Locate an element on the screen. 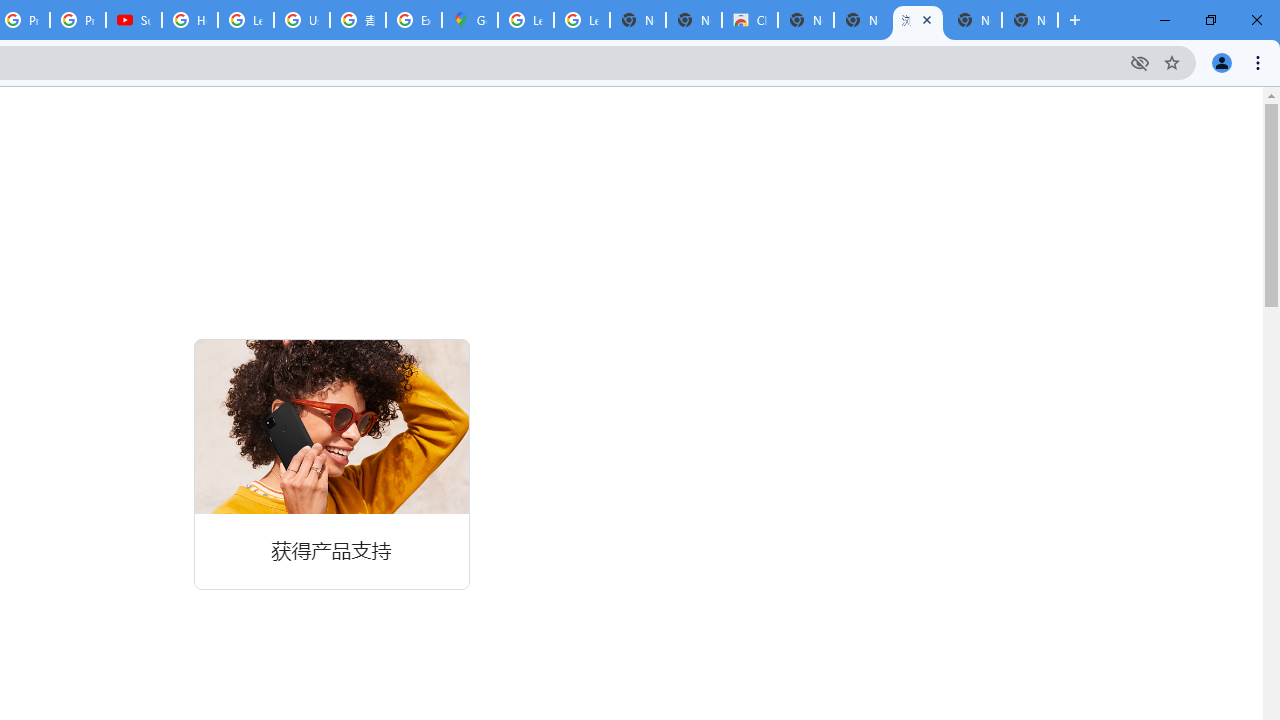 The image size is (1280, 720). 'Google Maps' is located at coordinates (468, 20).